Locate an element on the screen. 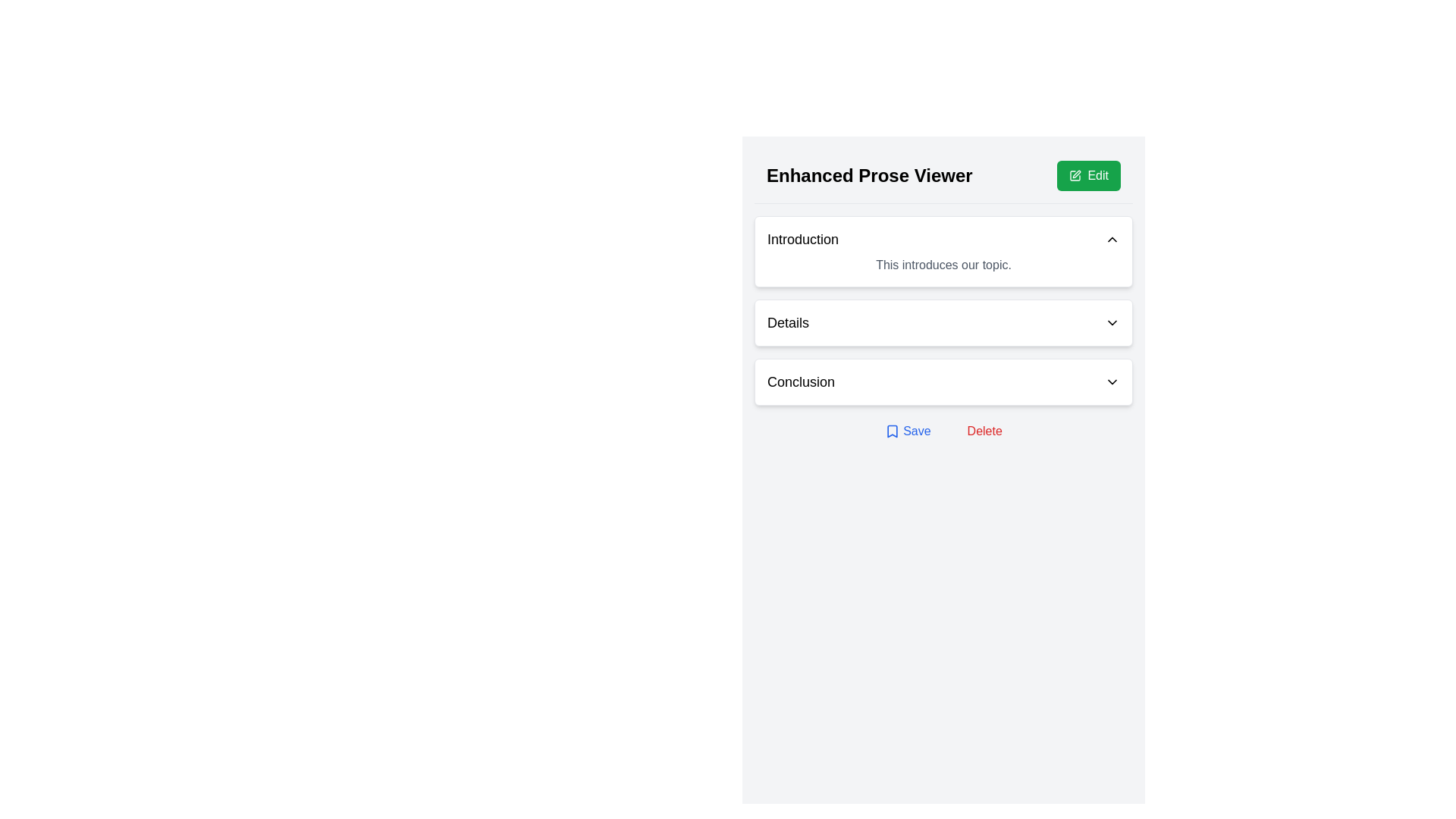 This screenshot has width=1456, height=819. the text label 'Details', which serves as a header for expanding or collapsing additional information in the middle section of the interface is located at coordinates (788, 322).